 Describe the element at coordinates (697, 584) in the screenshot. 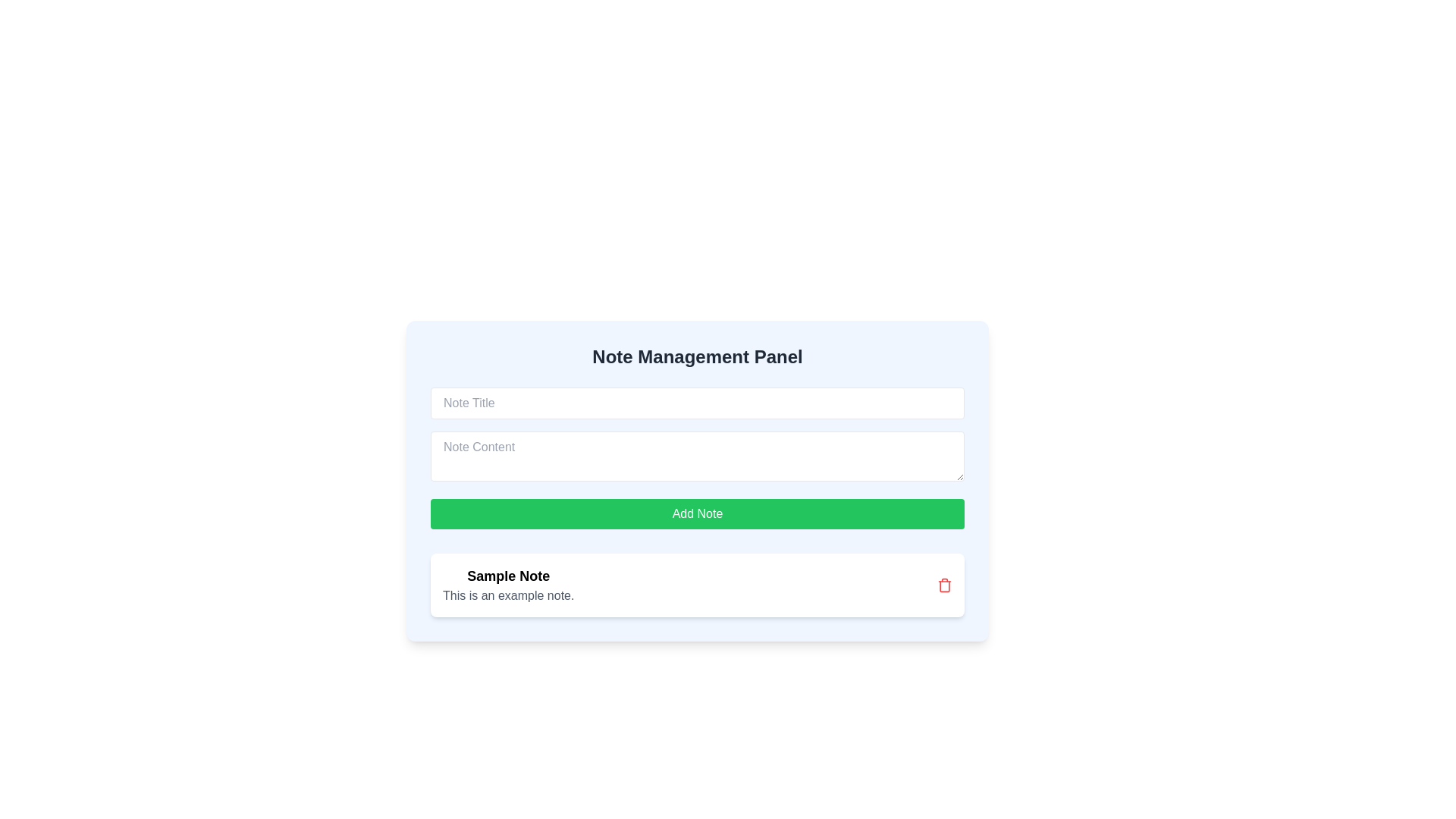

I see `the note item element, which displays the title and description along with a delete button` at that location.